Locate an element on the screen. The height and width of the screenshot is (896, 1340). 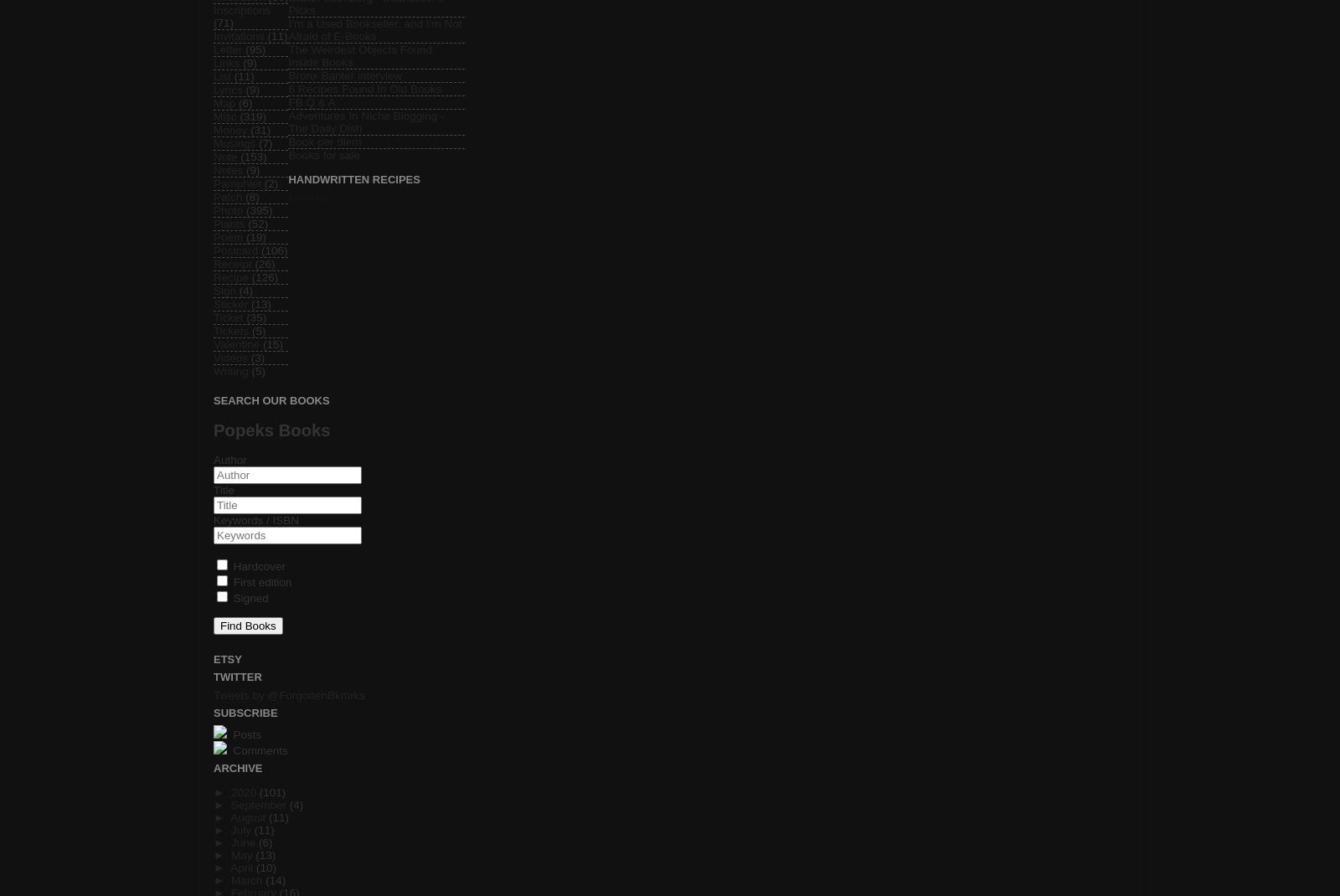
'Writing' is located at coordinates (214, 369).